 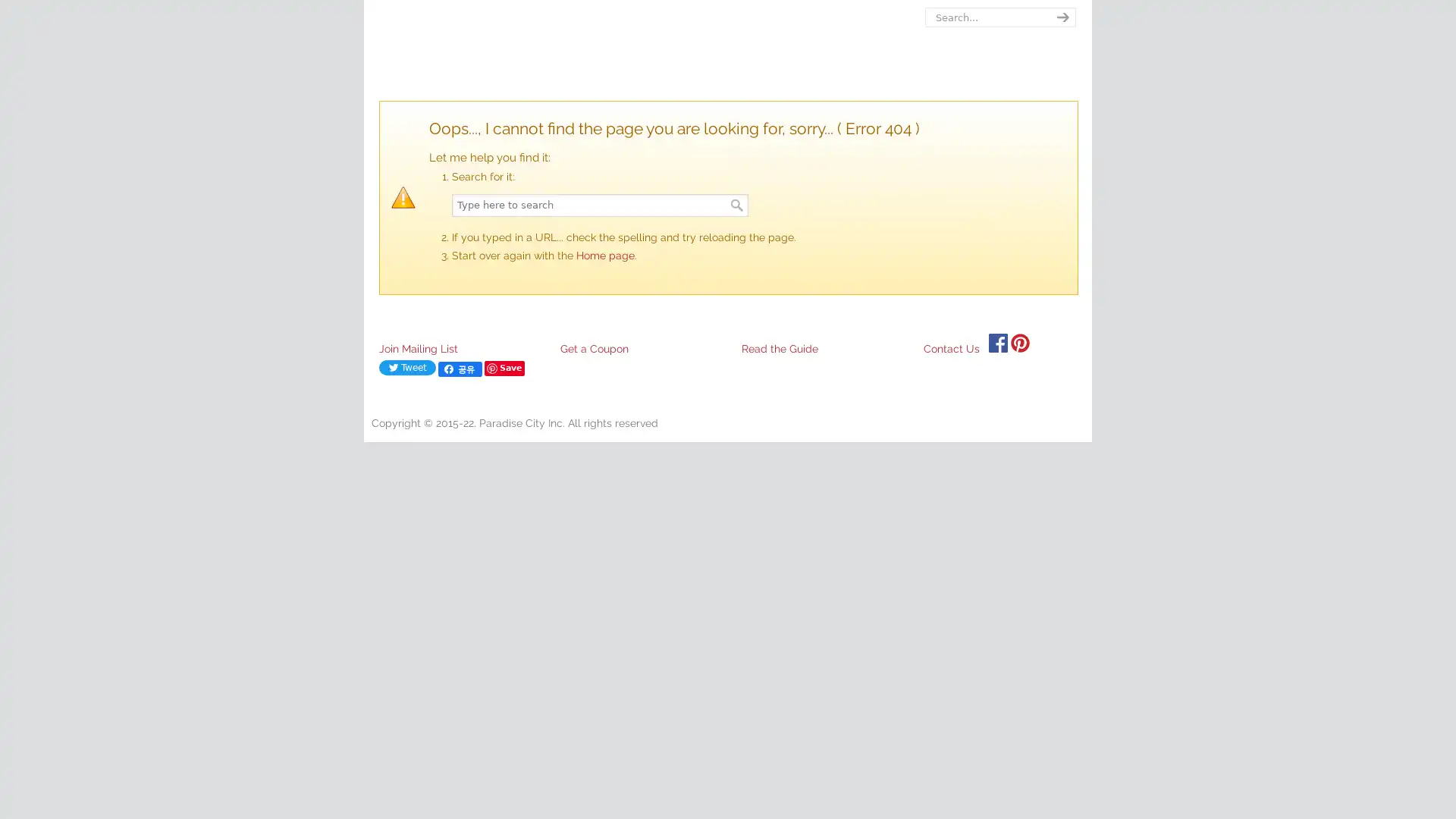 What do you see at coordinates (737, 203) in the screenshot?
I see `Search` at bounding box center [737, 203].